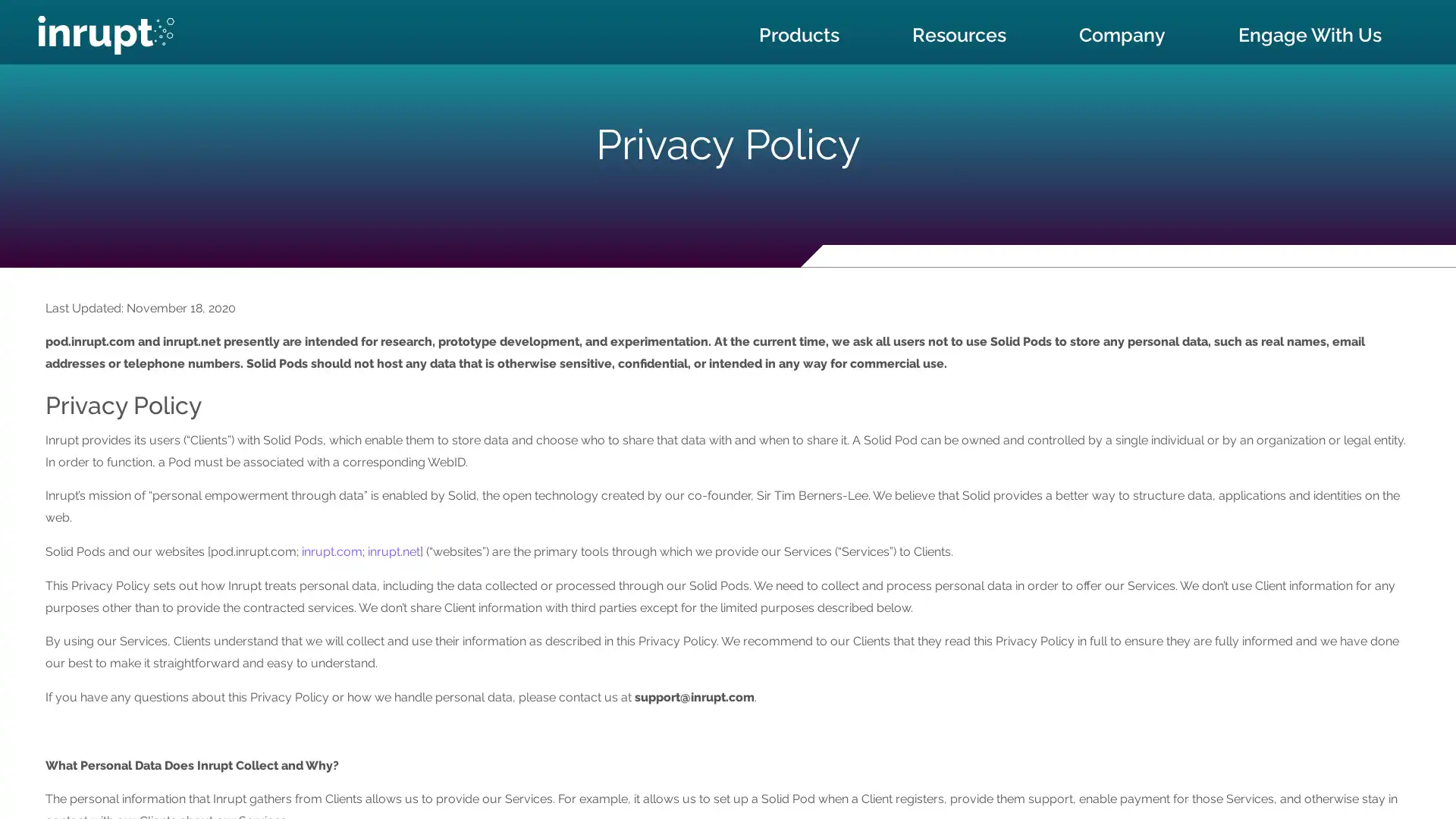  What do you see at coordinates (799, 34) in the screenshot?
I see `Products` at bounding box center [799, 34].